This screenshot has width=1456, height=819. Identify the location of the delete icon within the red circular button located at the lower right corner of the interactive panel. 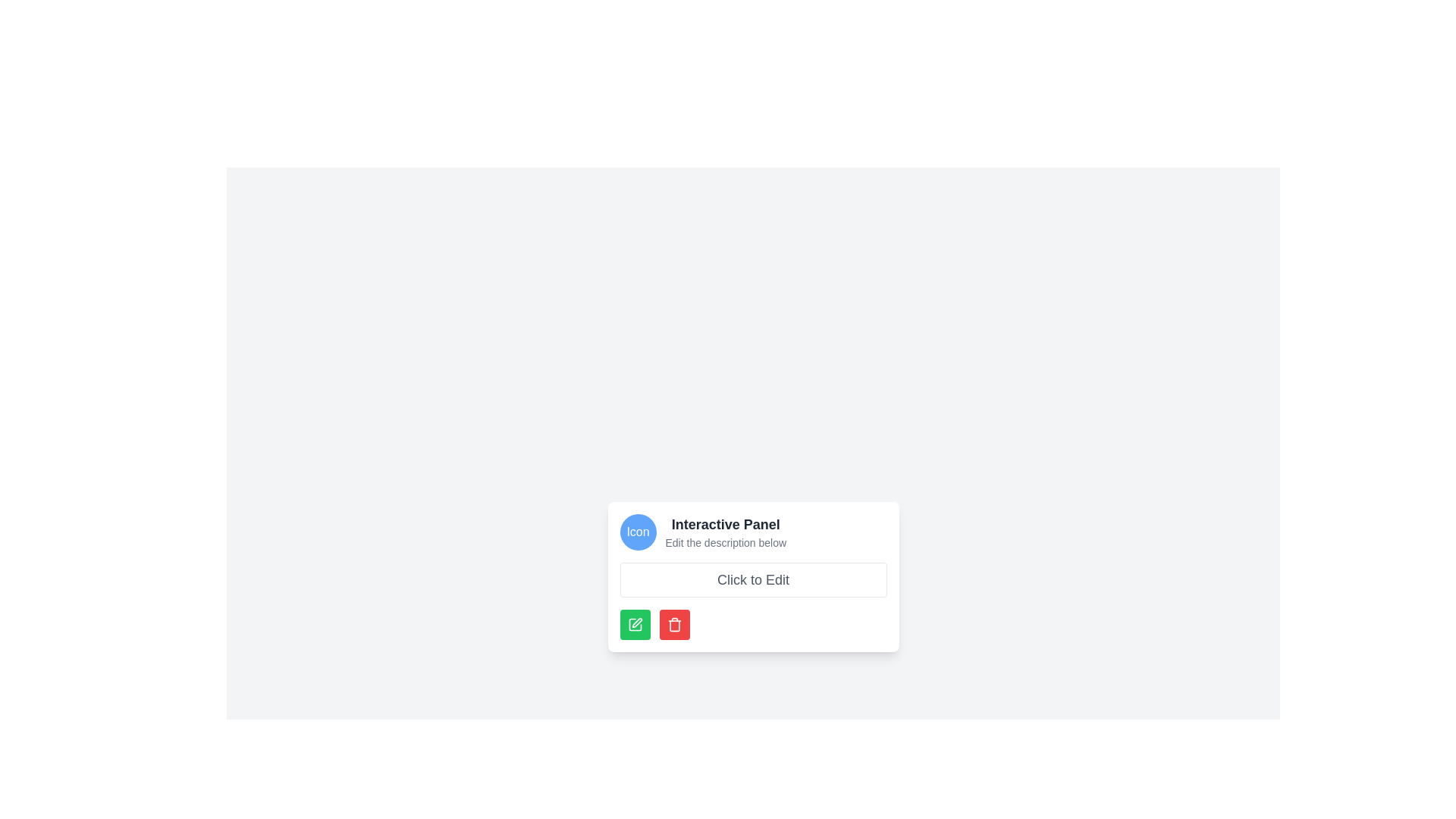
(673, 625).